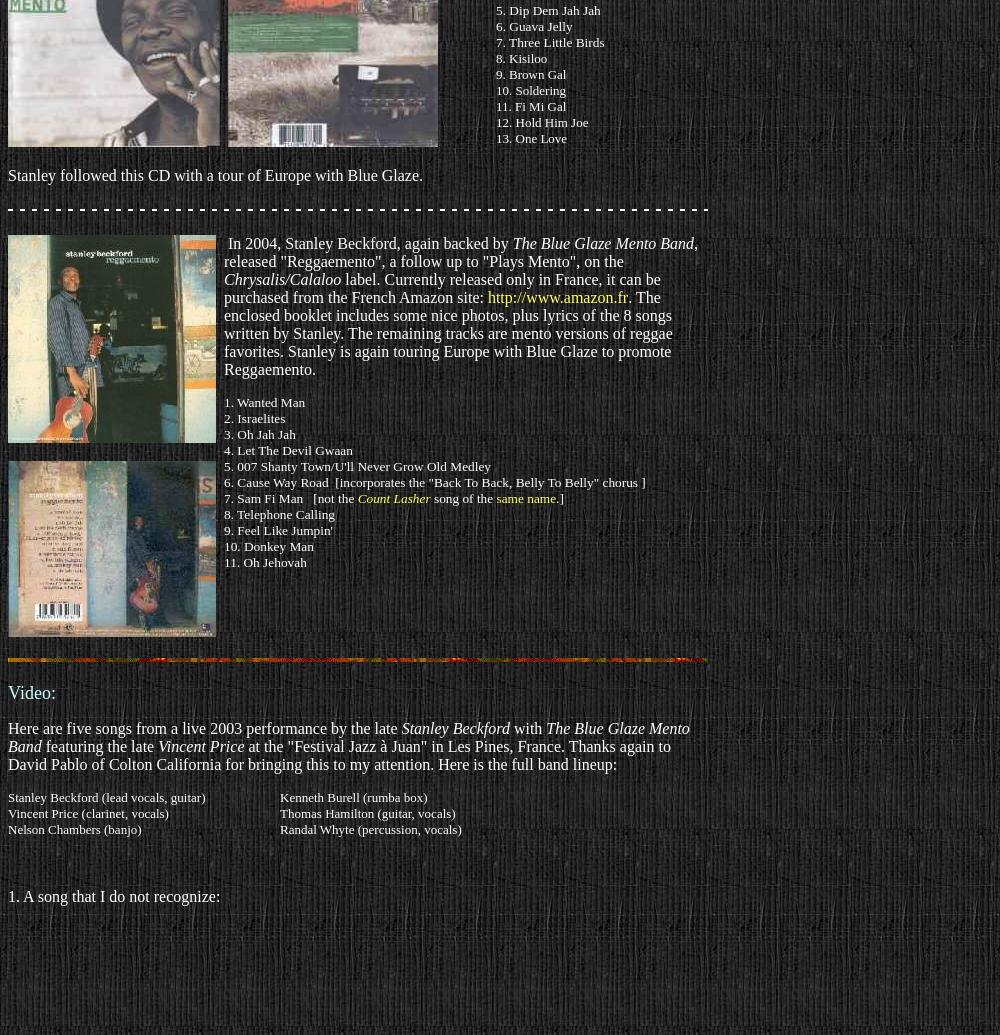 This screenshot has width=1000, height=1035. Describe the element at coordinates (529, 727) in the screenshot. I see `'with'` at that location.